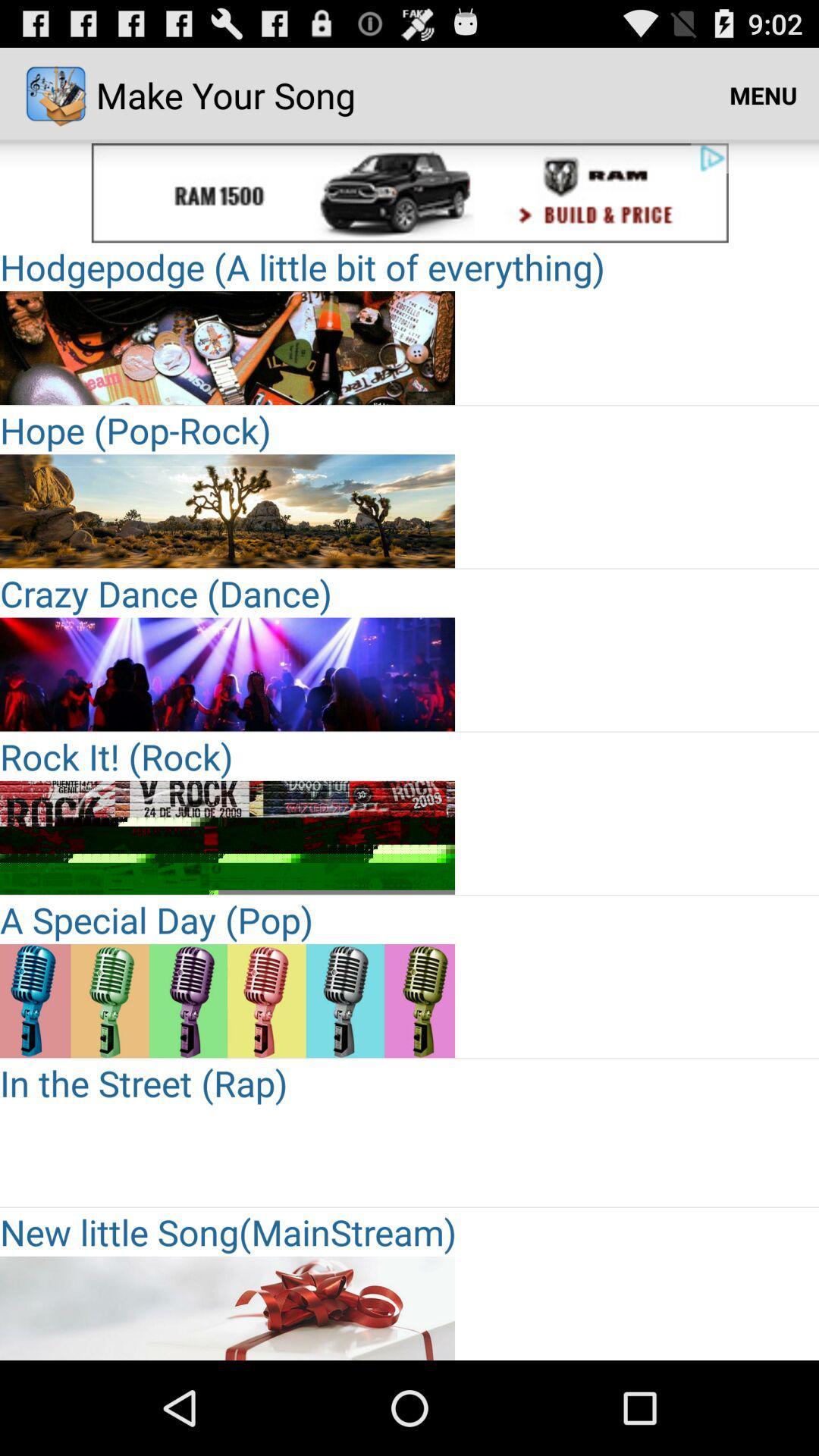  Describe the element at coordinates (227, 192) in the screenshot. I see `advertisement` at that location.